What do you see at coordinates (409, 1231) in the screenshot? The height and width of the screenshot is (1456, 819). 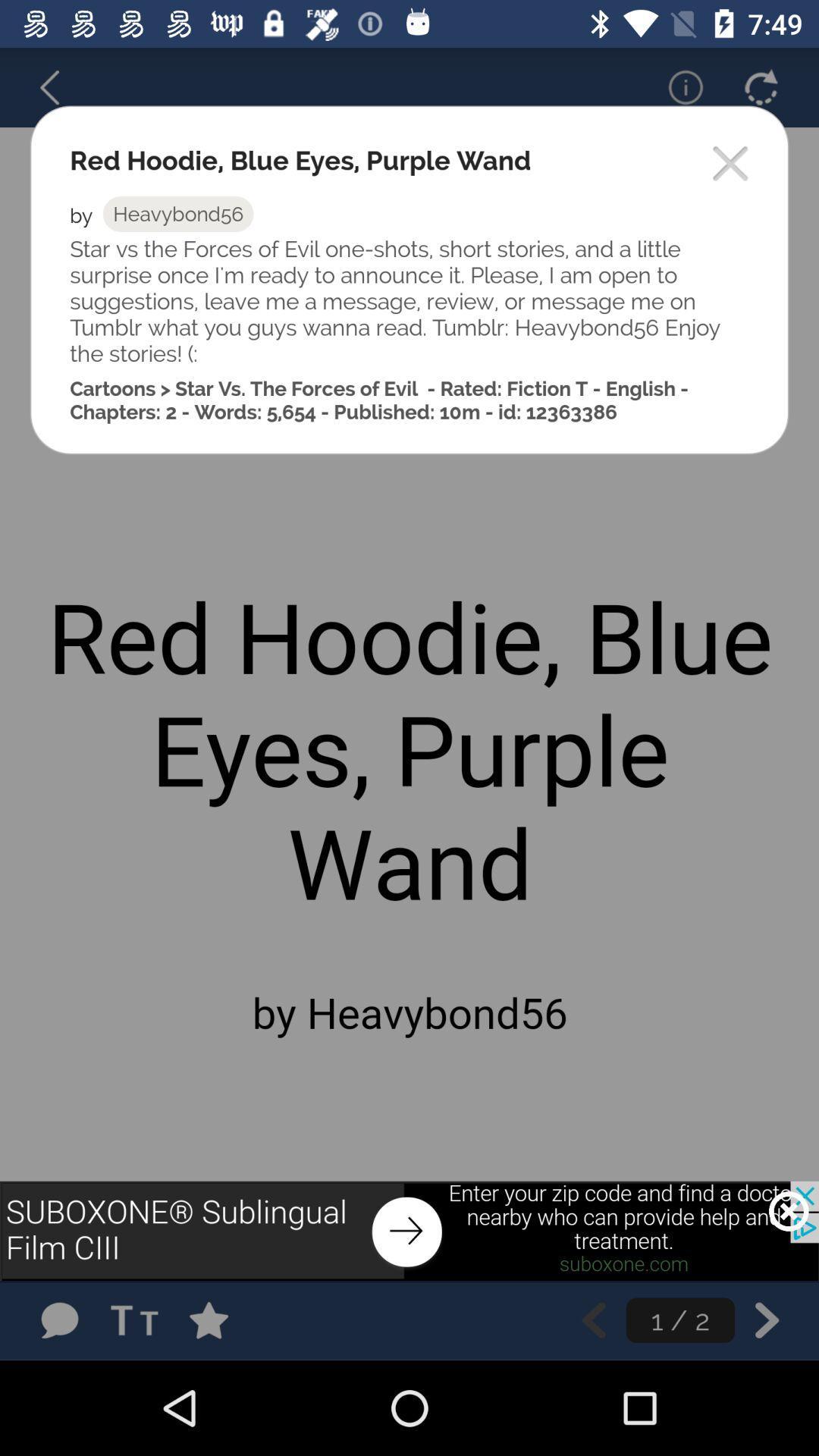 I see `click advertisement` at bounding box center [409, 1231].